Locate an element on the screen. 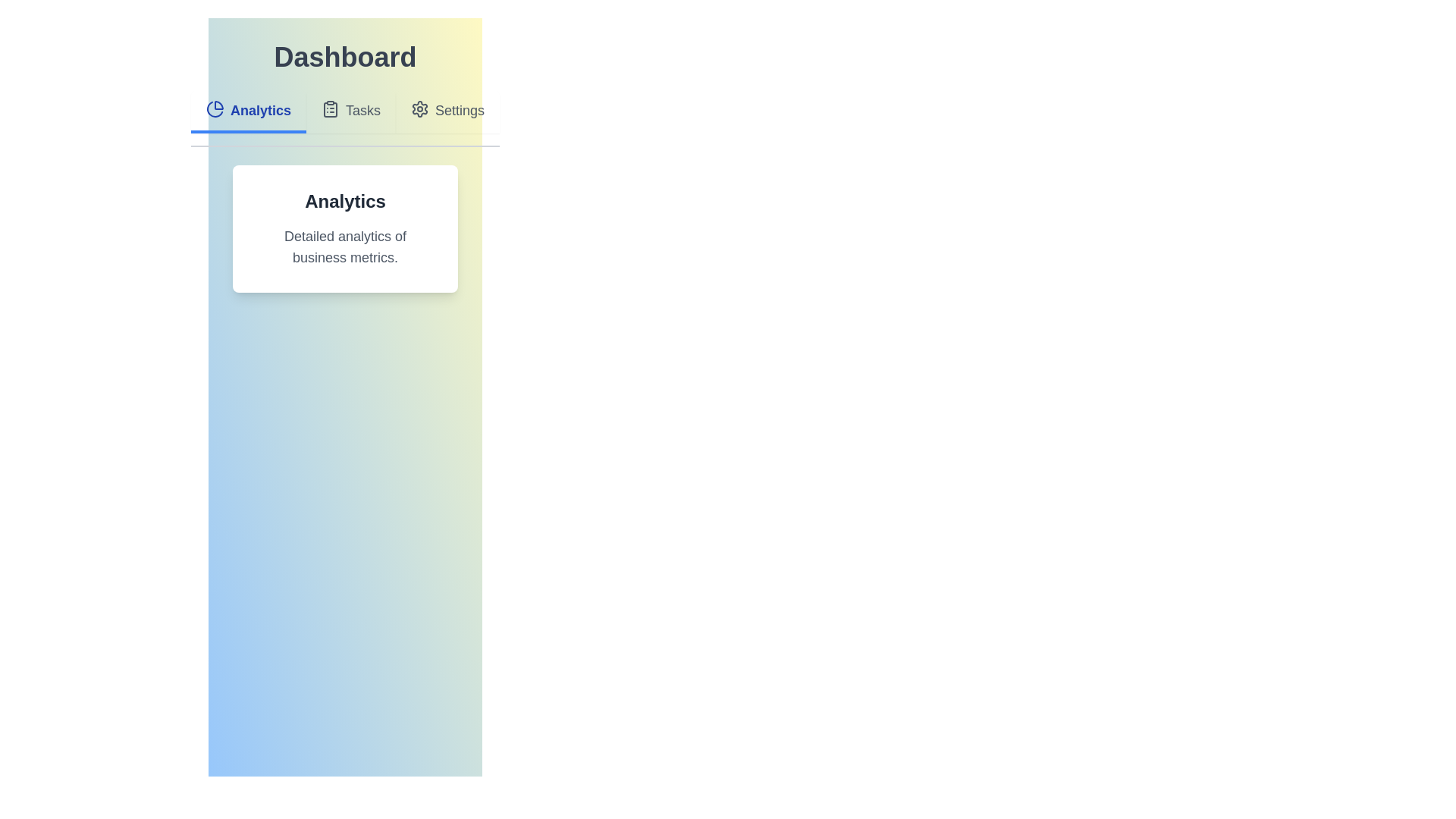 The width and height of the screenshot is (1456, 819). the Settings tab to observe its hover effect is located at coordinates (447, 111).